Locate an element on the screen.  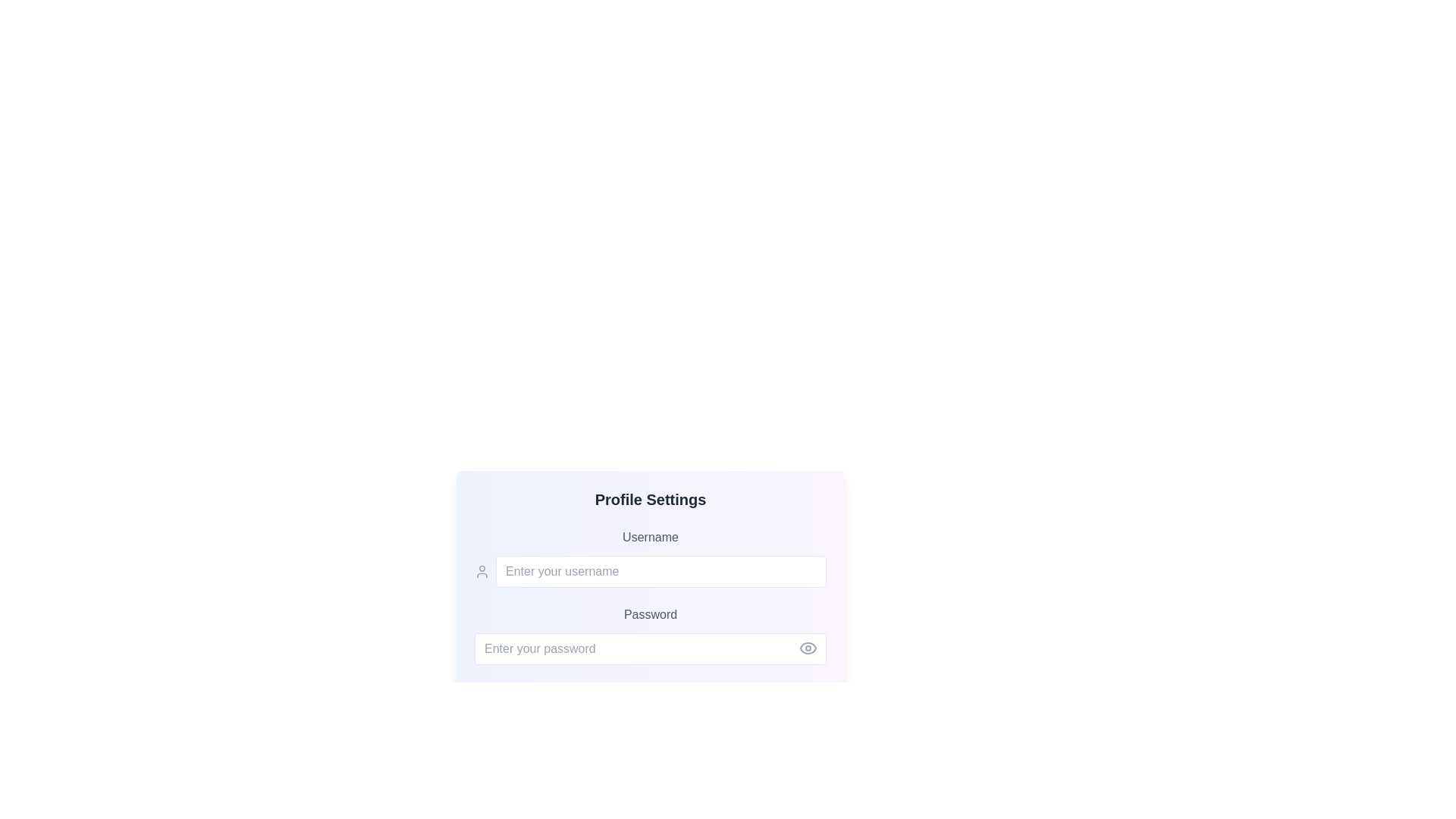
the eye-like icon located to the far right of the 'Password' input field in the 'Profile Settings' panel is located at coordinates (807, 648).